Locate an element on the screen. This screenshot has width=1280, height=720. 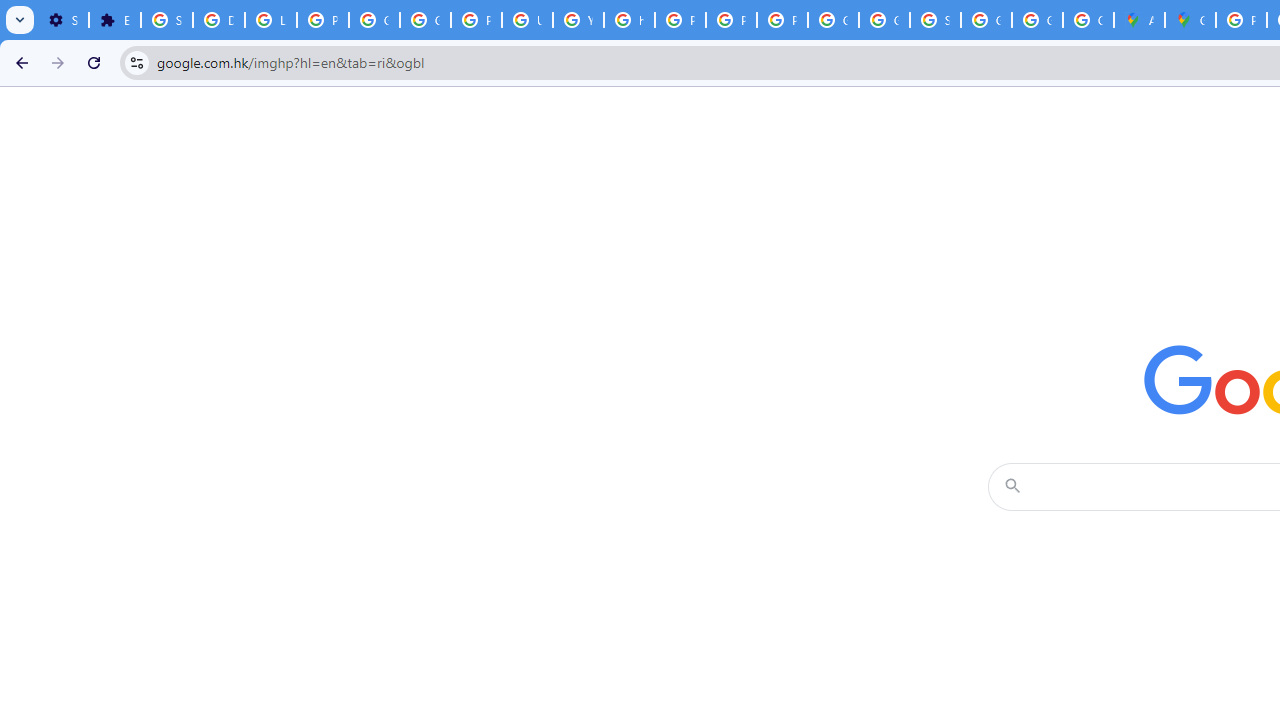
'Learn how to find your photos - Google Photos Help' is located at coordinates (269, 20).